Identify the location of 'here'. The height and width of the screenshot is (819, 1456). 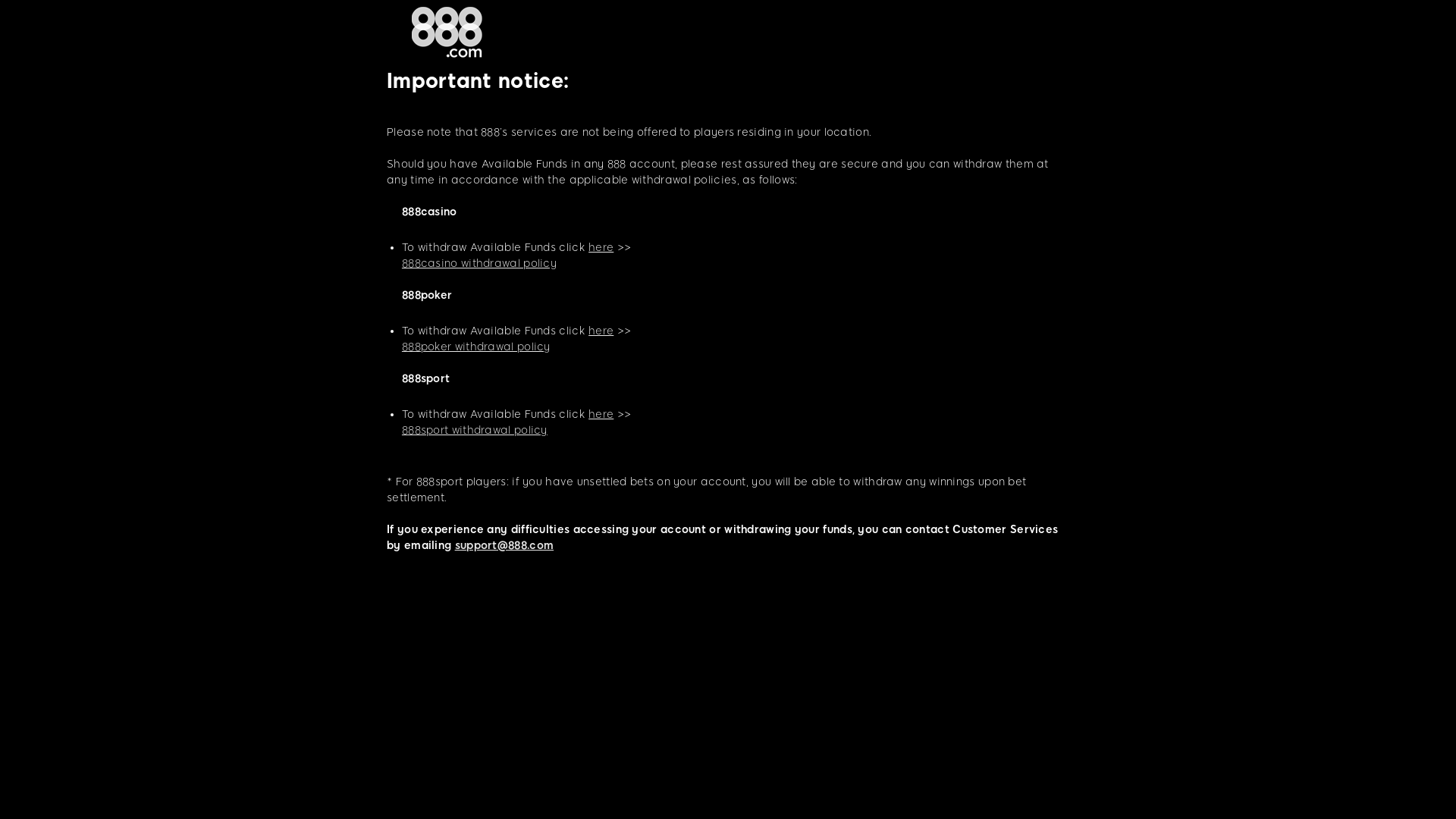
(600, 330).